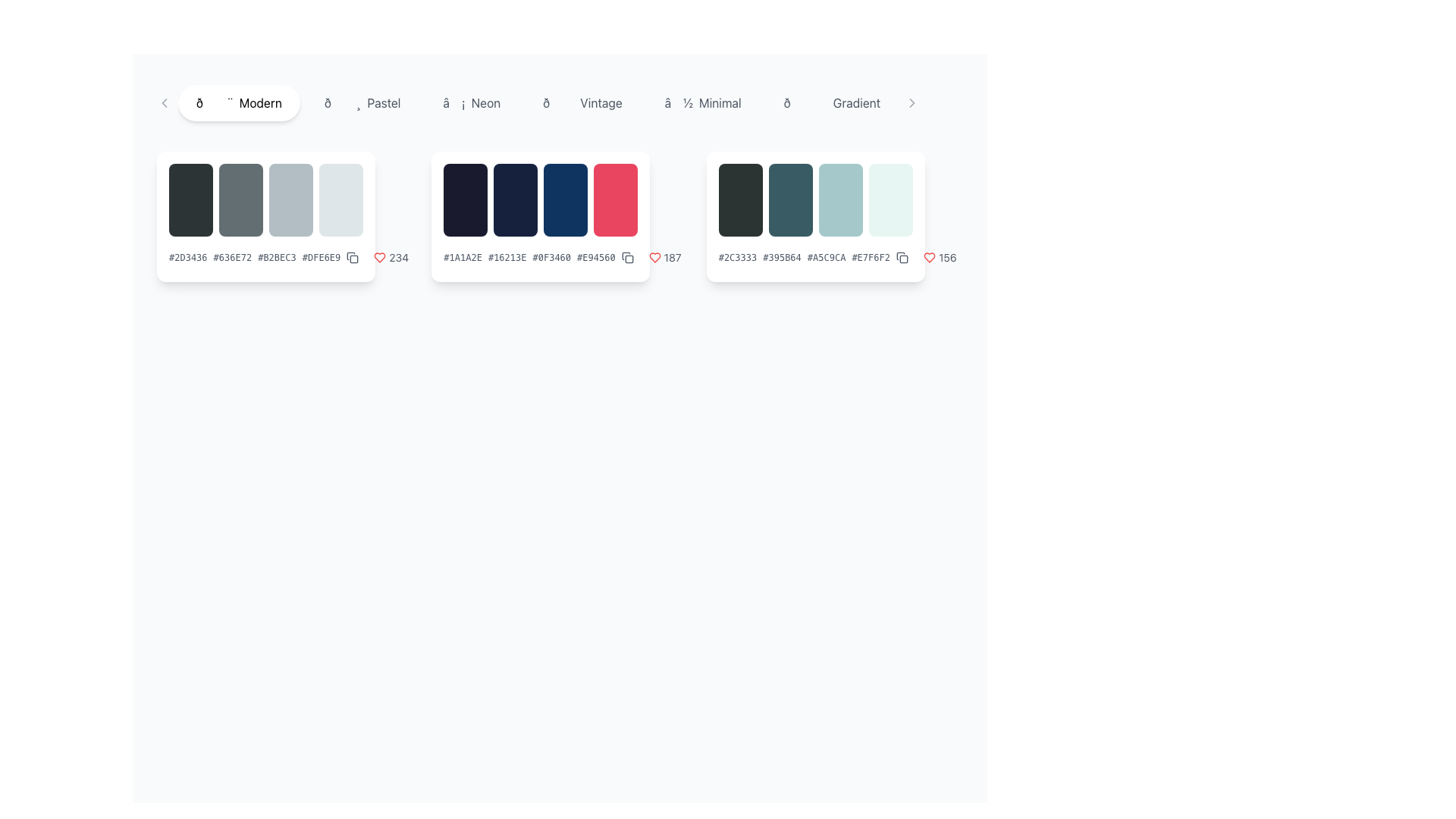  I want to click on displayed number from the text label that serves as a counter for likes or favorites, located in the second card of a horizontally arranged set, immediately following a heart icon, so click(399, 256).